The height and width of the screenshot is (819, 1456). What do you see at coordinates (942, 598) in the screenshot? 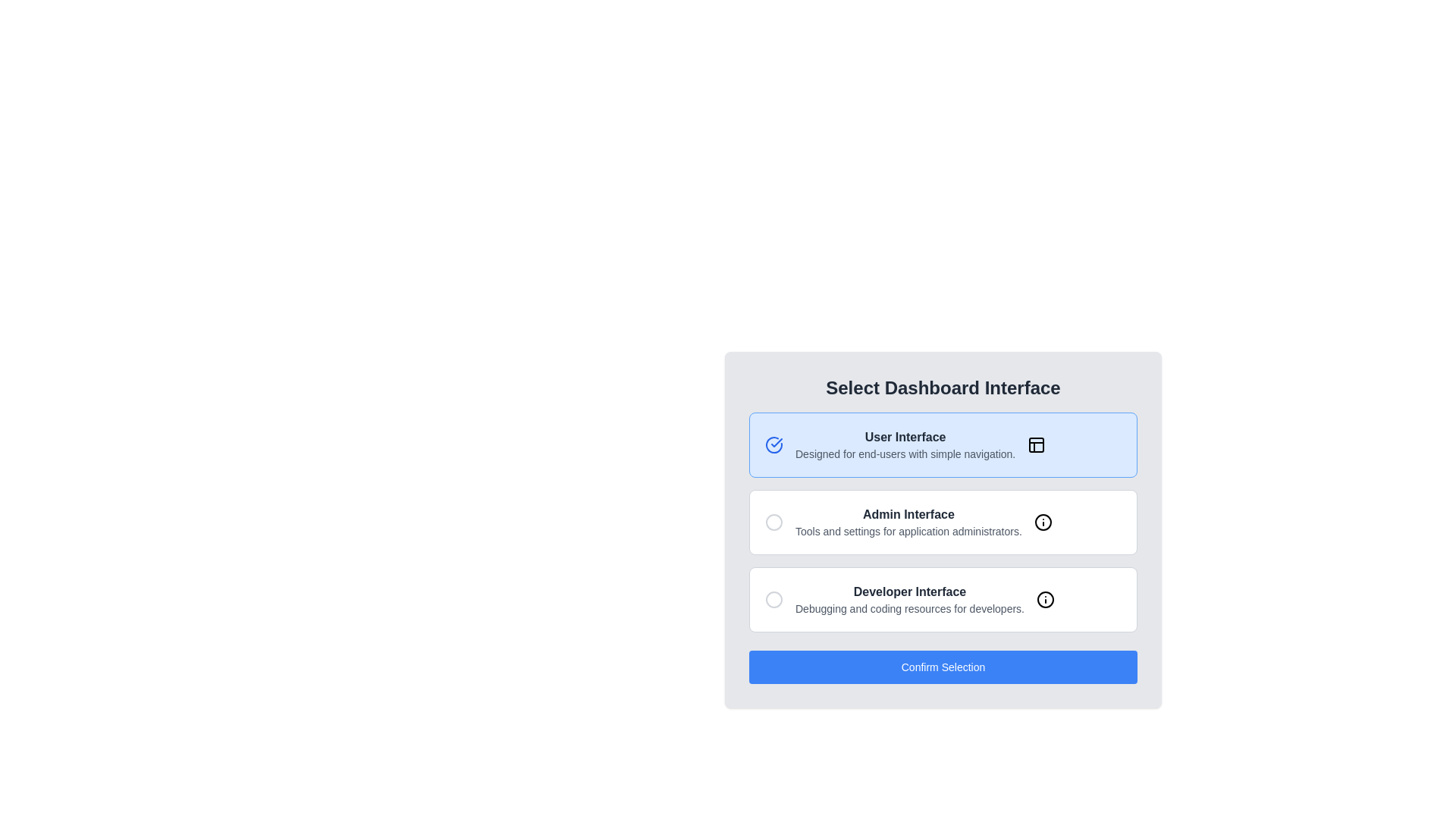
I see `the List item with a radio button for 'Developer Interface'` at bounding box center [942, 598].